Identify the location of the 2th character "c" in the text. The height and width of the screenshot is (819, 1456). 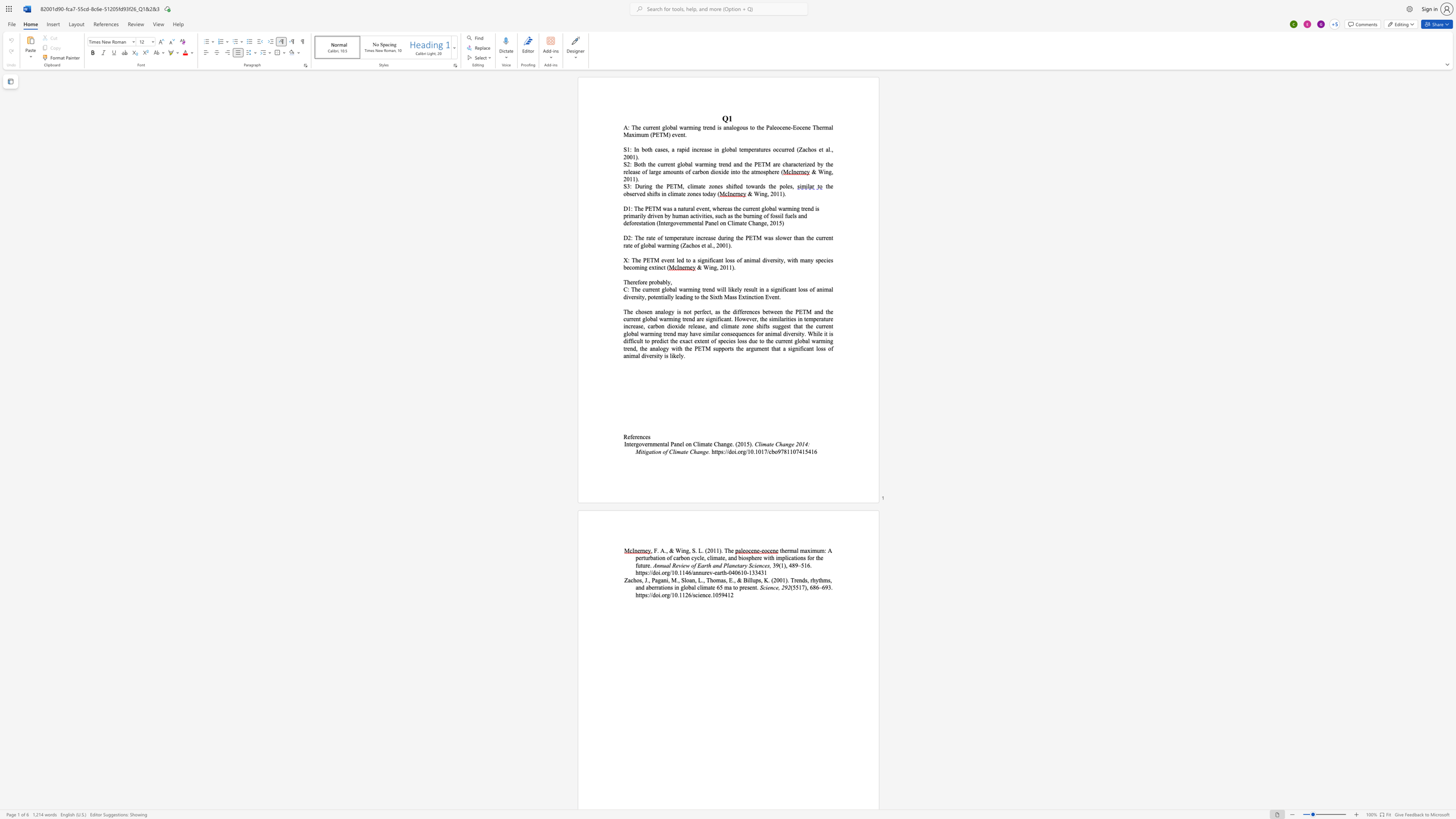
(697, 149).